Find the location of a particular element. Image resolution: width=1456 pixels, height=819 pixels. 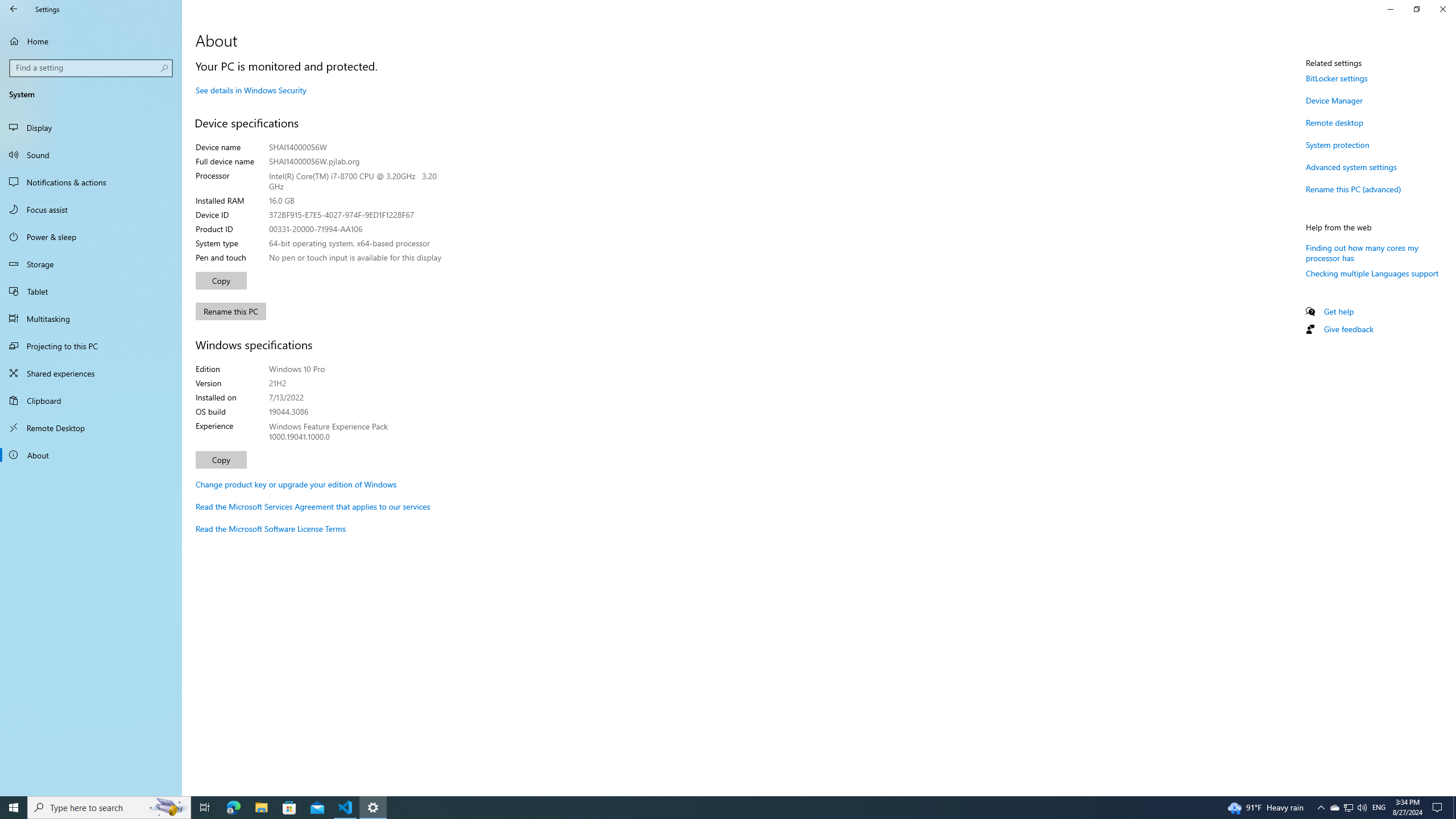

'Remote Desktop' is located at coordinates (90, 427).